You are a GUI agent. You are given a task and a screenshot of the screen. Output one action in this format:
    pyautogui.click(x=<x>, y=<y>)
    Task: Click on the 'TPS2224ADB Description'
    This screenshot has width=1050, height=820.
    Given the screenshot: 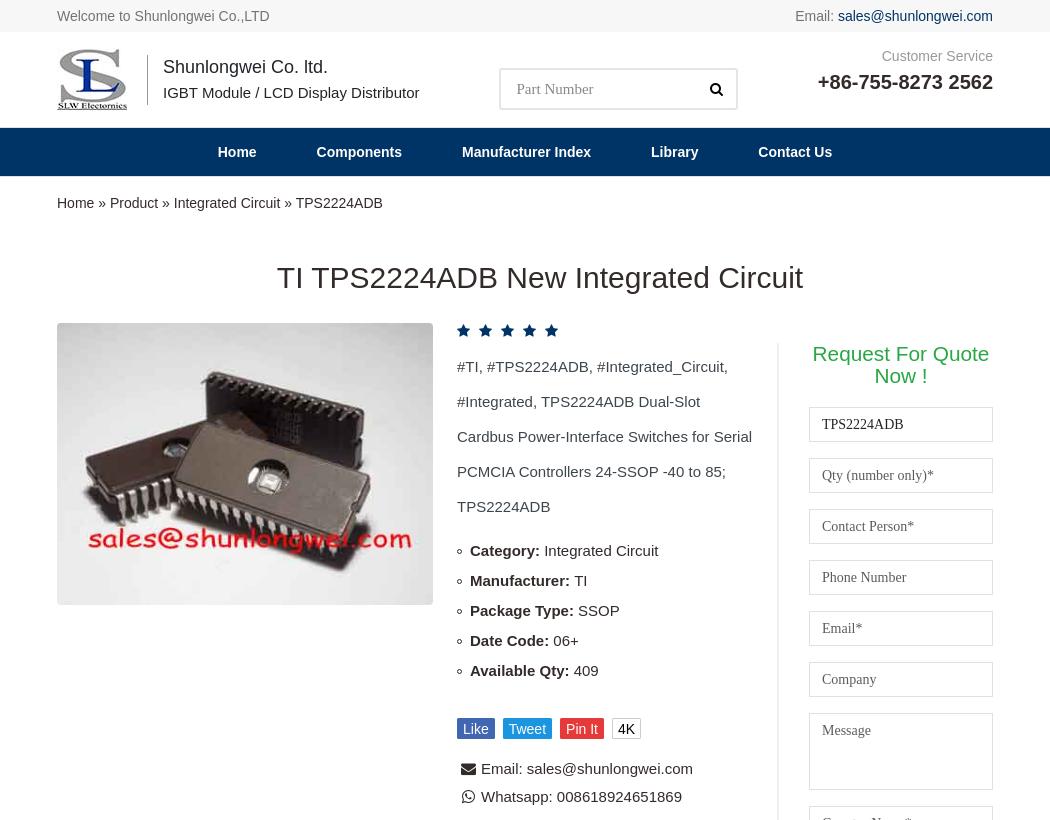 What is the action you would take?
    pyautogui.click(x=523, y=552)
    